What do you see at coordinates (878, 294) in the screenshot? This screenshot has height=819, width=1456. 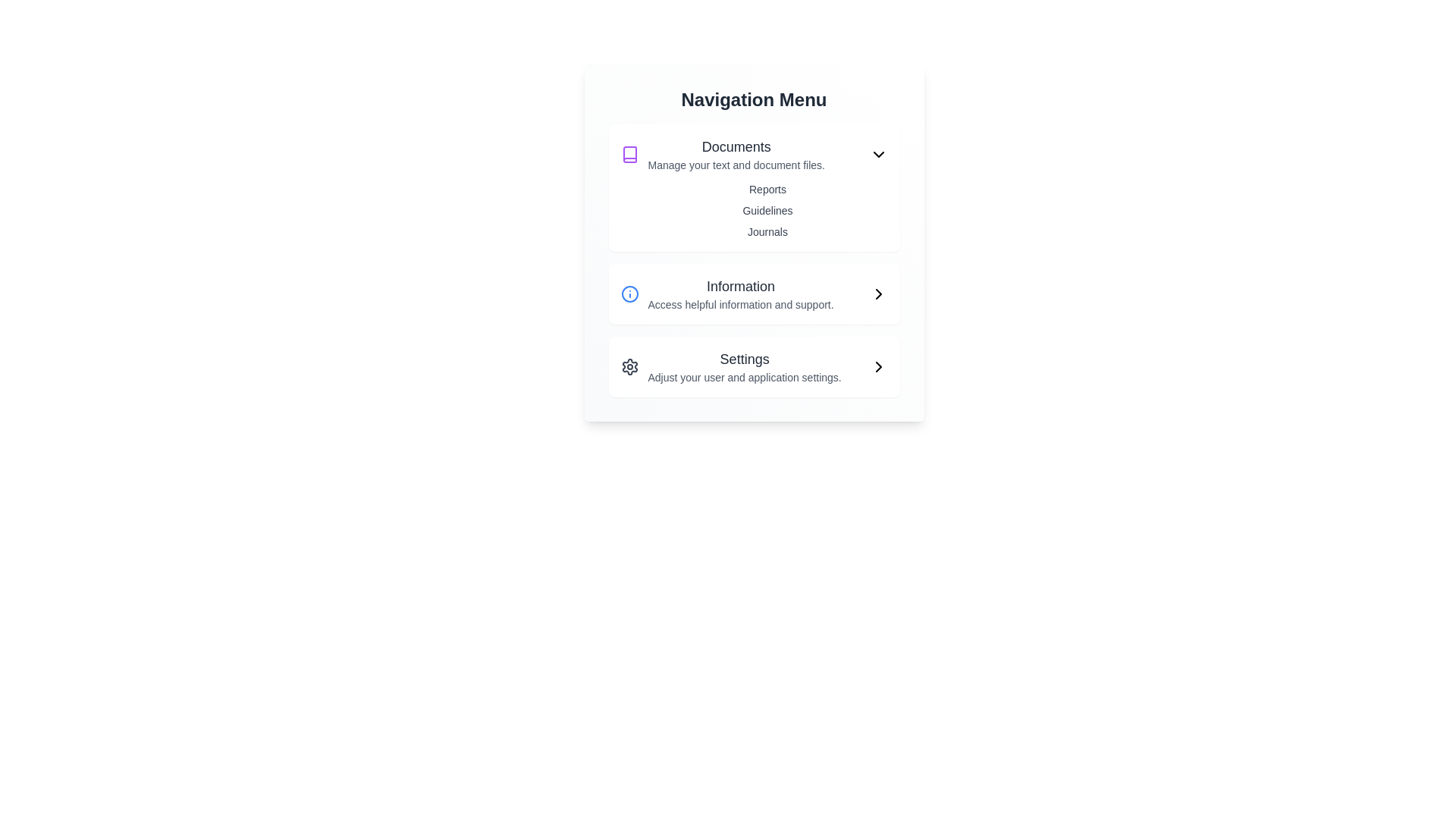 I see `the small right-pointing black chevron icon in the navigation menu under the 'Information' section, located centrally within its section, to indicate a rightward direction` at bounding box center [878, 294].